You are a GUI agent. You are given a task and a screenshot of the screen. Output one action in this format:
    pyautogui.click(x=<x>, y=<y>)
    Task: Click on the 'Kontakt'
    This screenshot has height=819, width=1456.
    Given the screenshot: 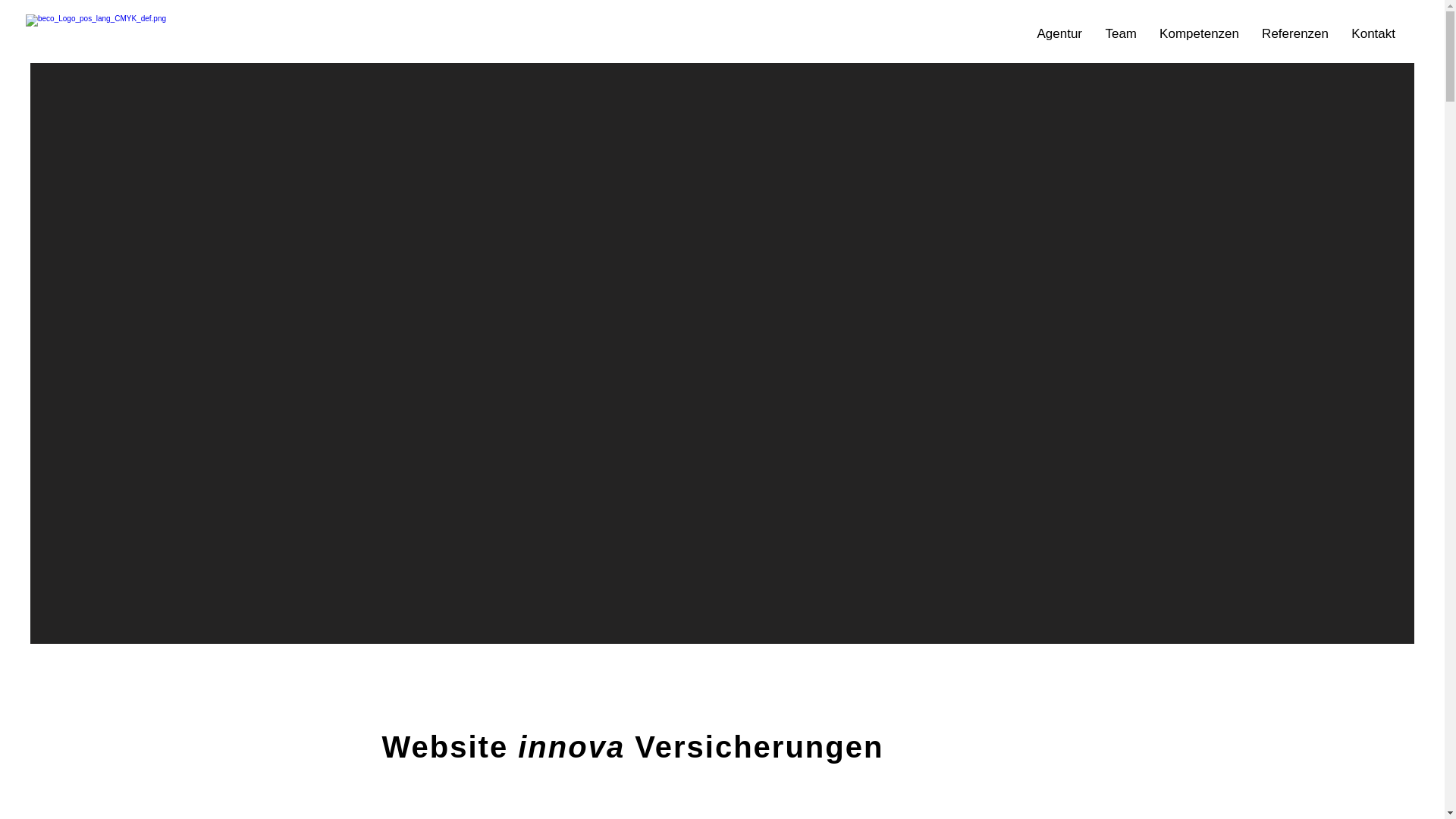 What is the action you would take?
    pyautogui.click(x=1373, y=34)
    